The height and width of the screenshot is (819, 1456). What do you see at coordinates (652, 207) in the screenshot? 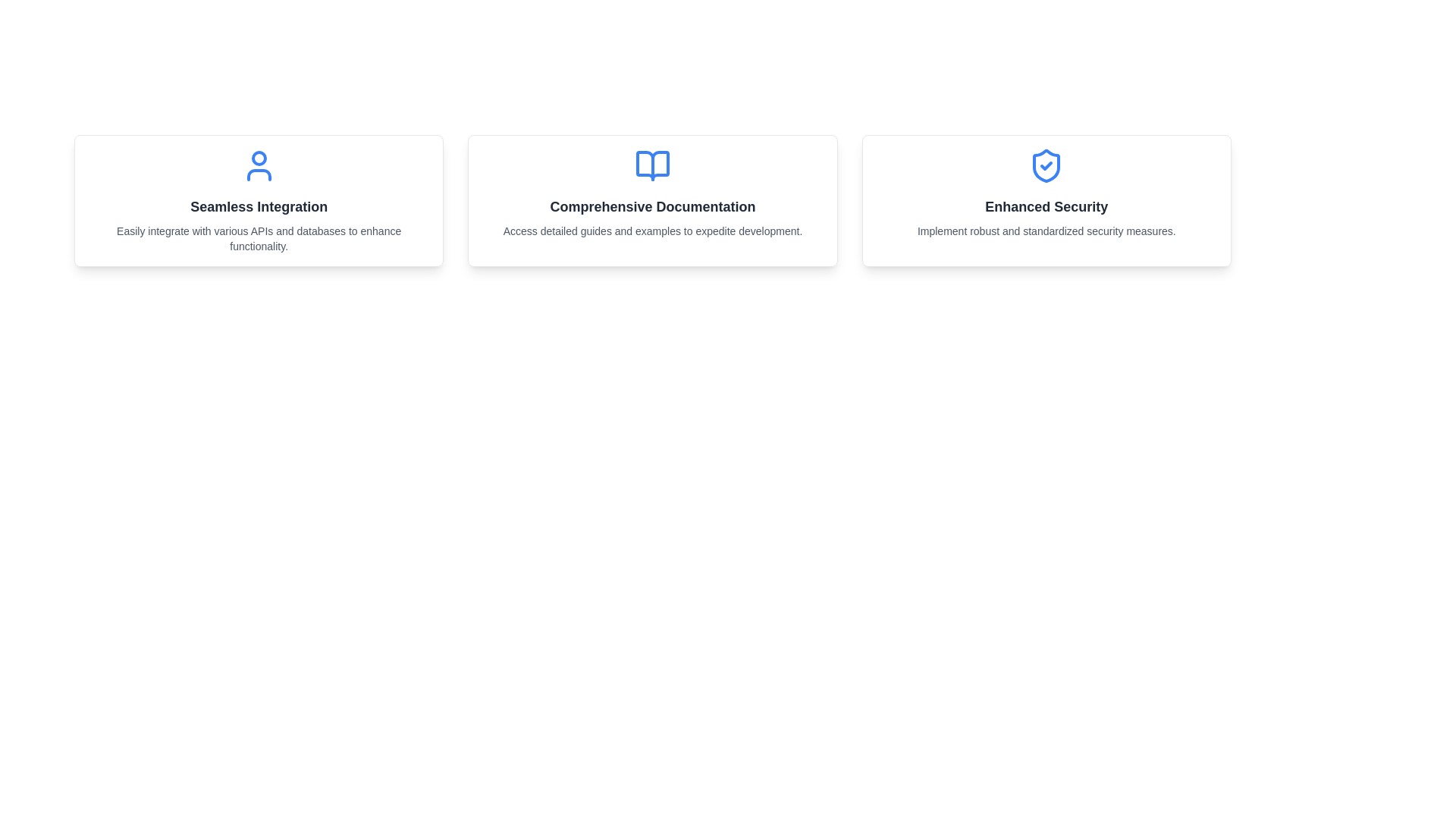
I see `the text label displaying 'Comprehensive Documentation' which is styled with a larger font size and bold weight, located centrally within a card-like structure` at bounding box center [652, 207].